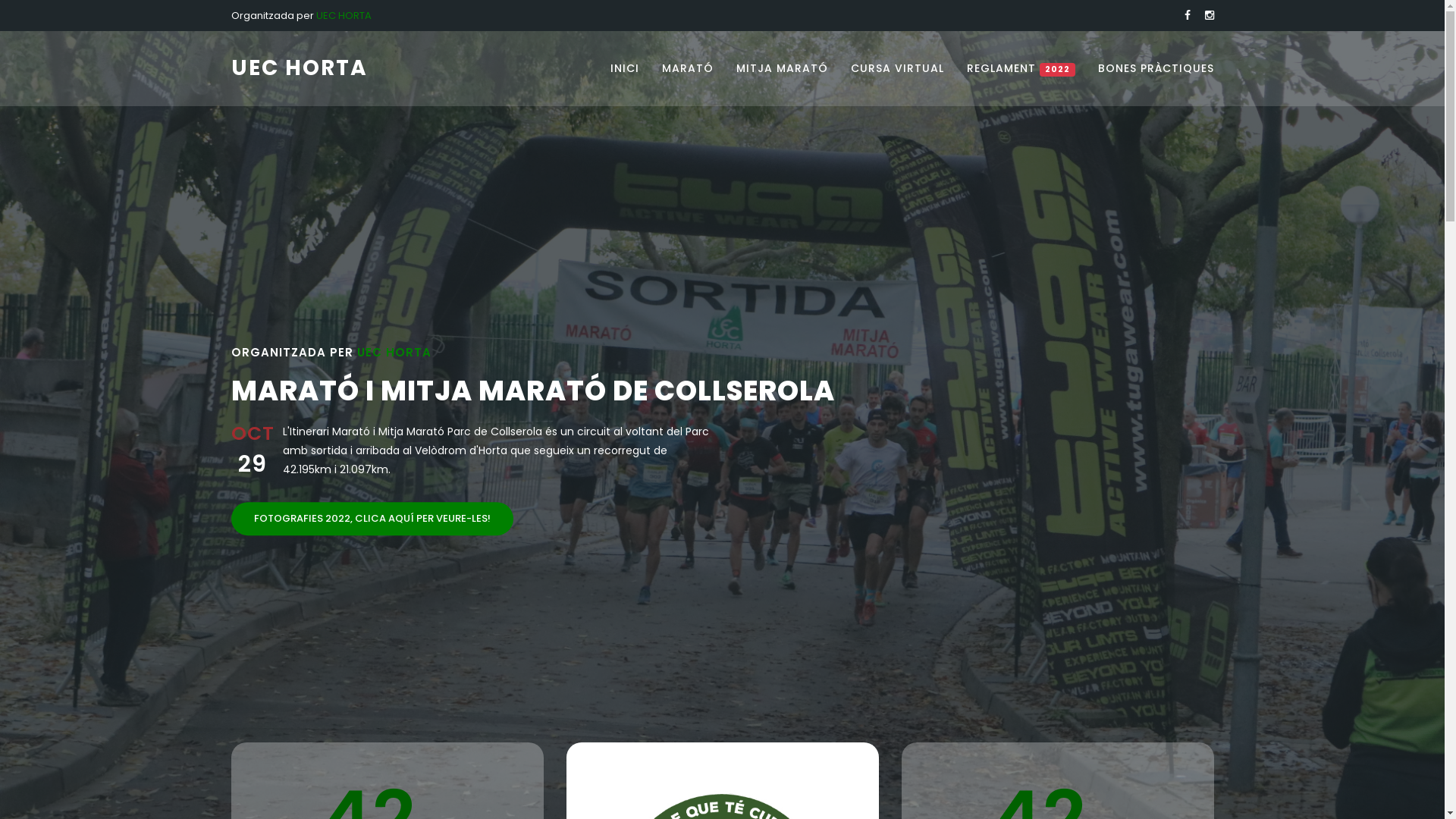  What do you see at coordinates (298, 67) in the screenshot?
I see `'UEC HORTA'` at bounding box center [298, 67].